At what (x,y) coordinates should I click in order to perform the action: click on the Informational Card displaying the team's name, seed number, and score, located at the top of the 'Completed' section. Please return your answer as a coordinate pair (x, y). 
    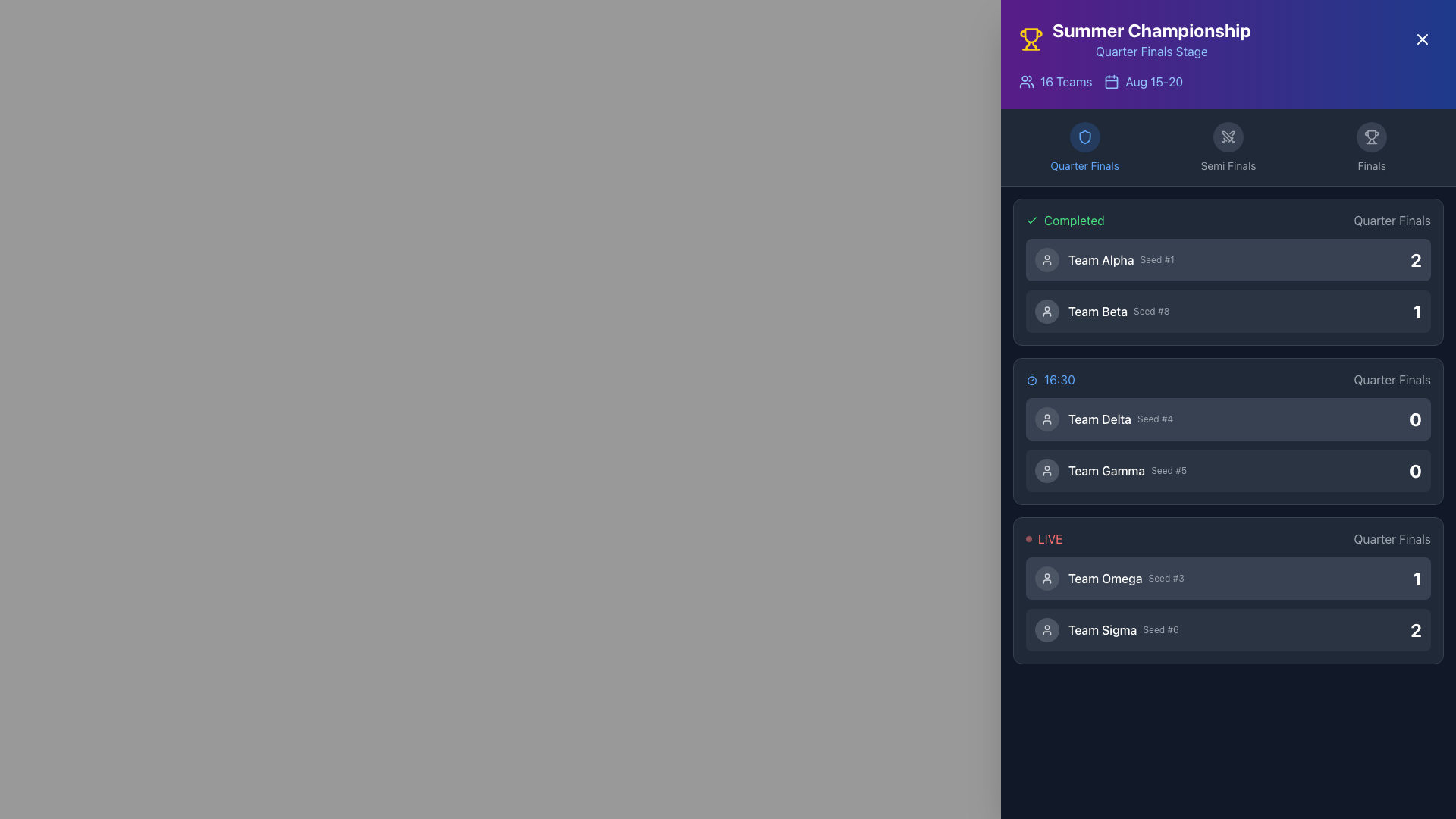
    Looking at the image, I should click on (1228, 259).